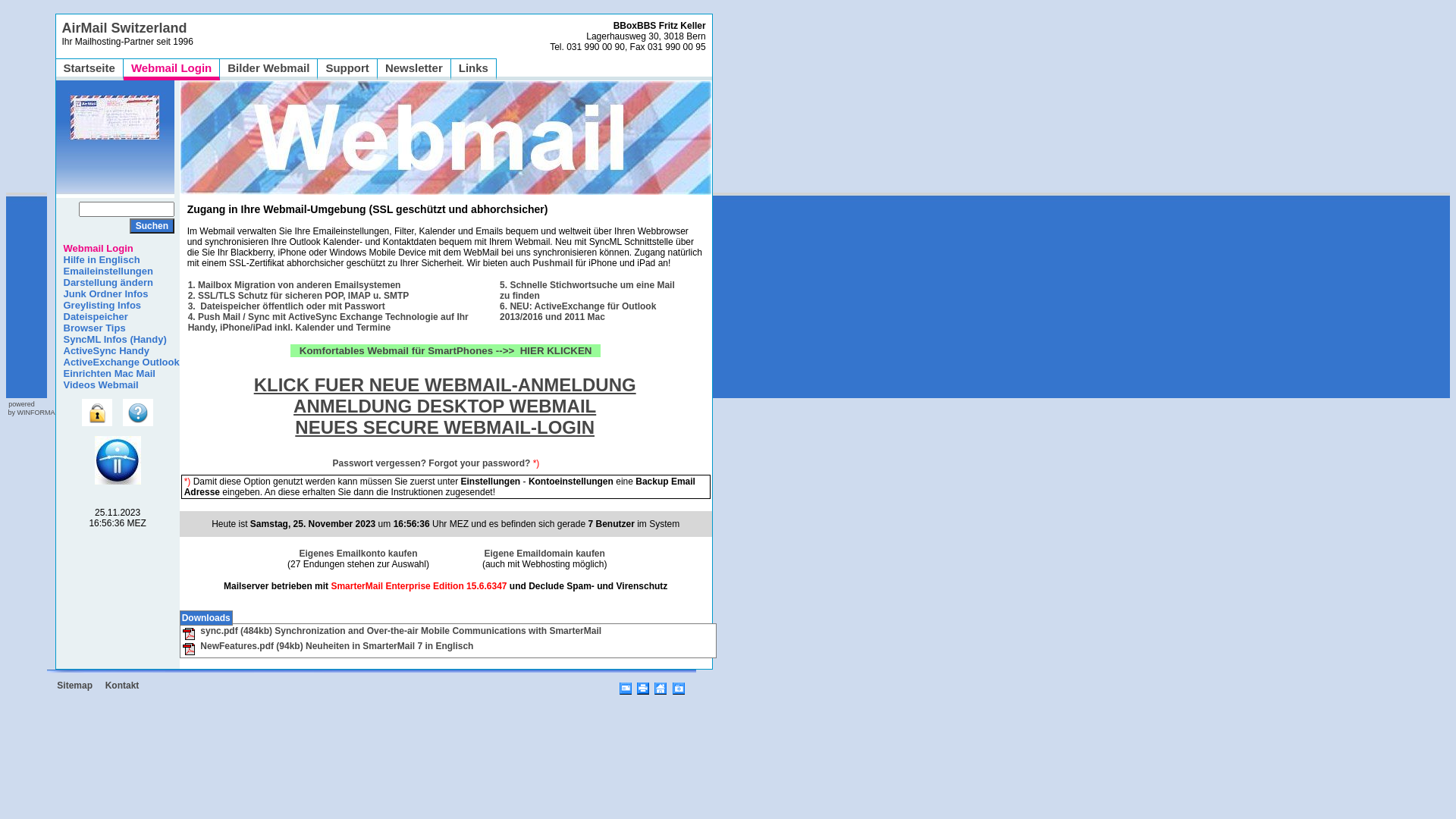  What do you see at coordinates (670, 685) in the screenshot?
I see `'Favoriten'` at bounding box center [670, 685].